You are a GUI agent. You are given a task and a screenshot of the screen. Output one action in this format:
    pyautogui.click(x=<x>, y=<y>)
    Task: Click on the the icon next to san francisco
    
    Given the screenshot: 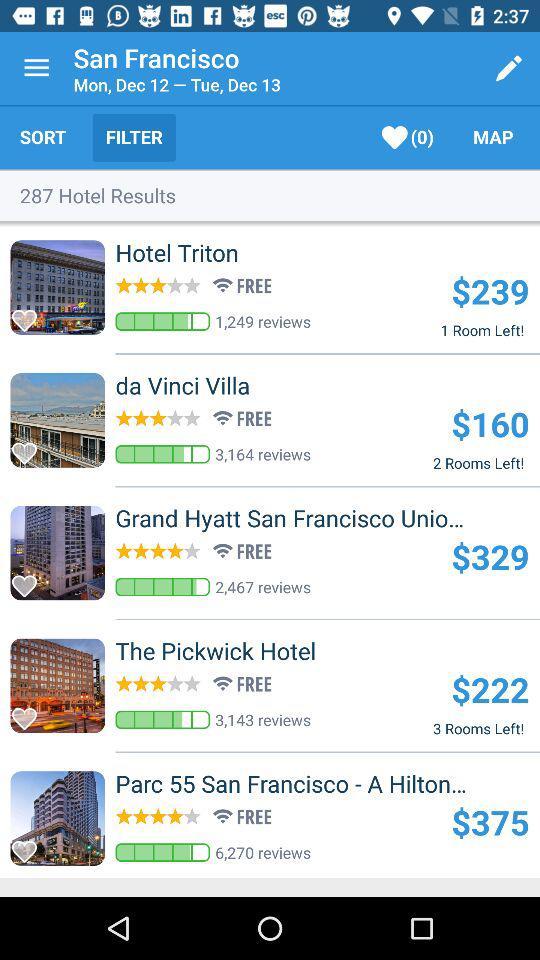 What is the action you would take?
    pyautogui.click(x=36, y=68)
    